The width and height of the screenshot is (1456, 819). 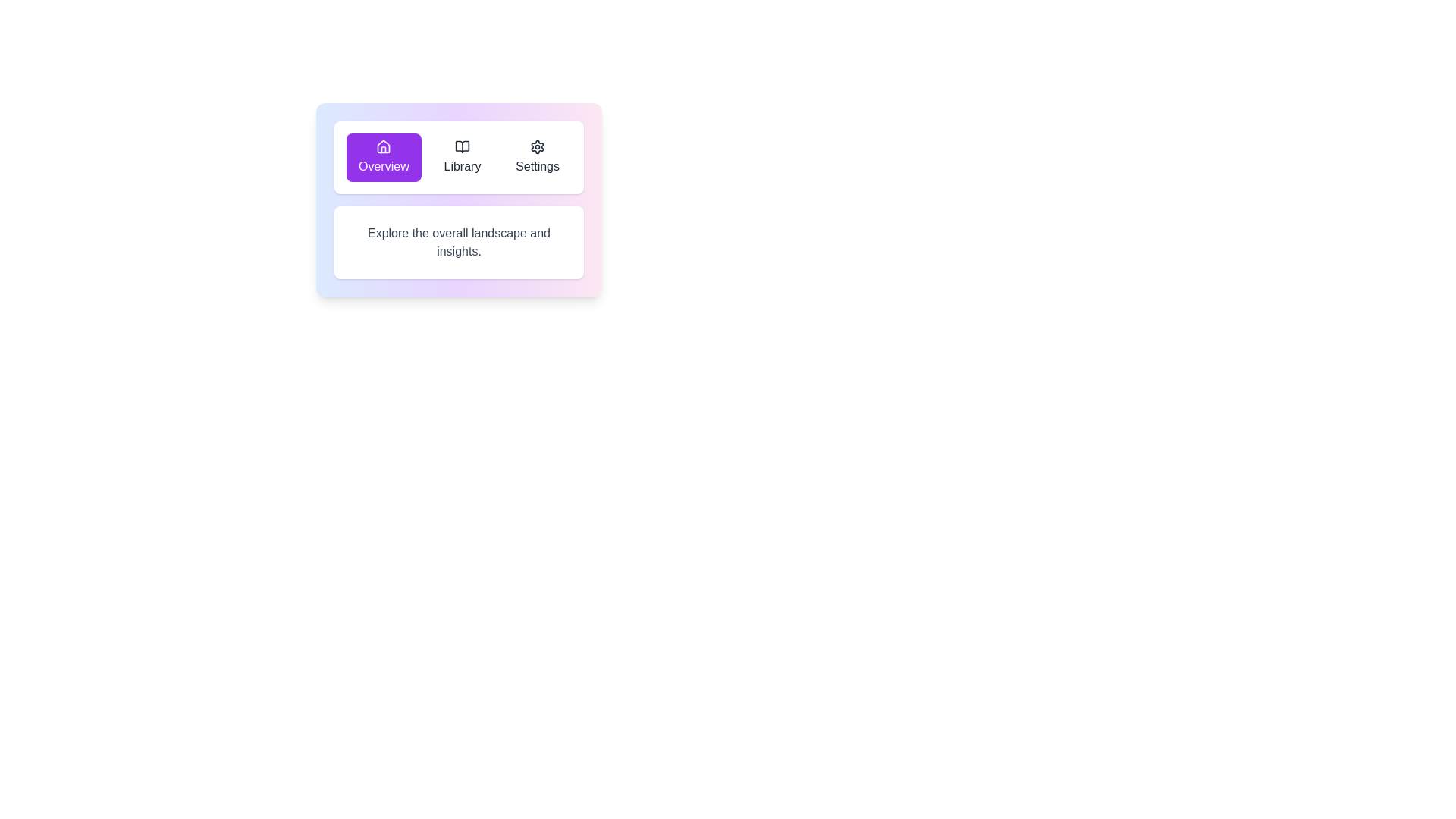 What do you see at coordinates (461, 146) in the screenshot?
I see `the Decorative Icon within the 'Library' button in the center row of the navigation bar` at bounding box center [461, 146].